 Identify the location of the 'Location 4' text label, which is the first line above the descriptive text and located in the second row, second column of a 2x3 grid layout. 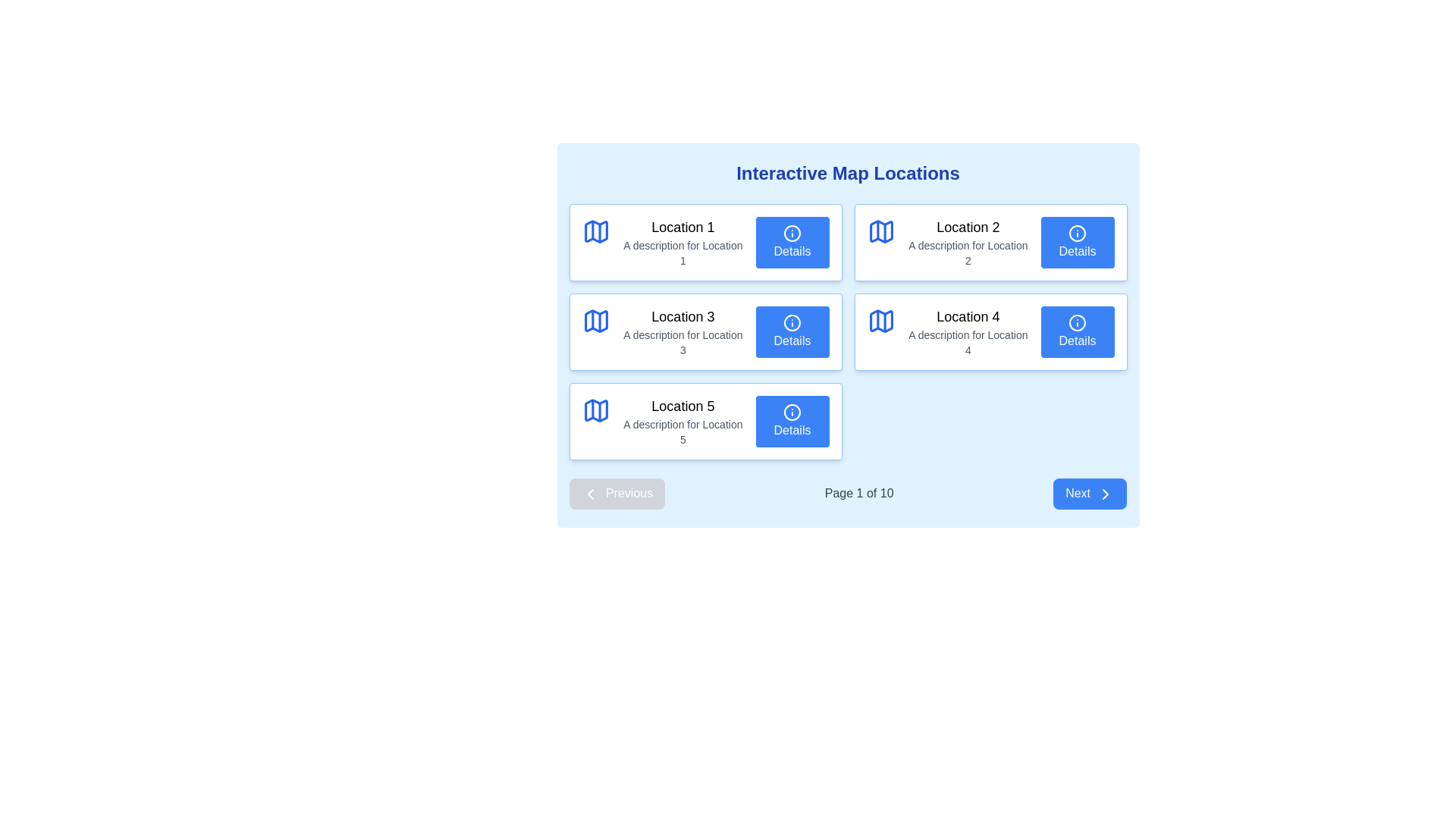
(967, 315).